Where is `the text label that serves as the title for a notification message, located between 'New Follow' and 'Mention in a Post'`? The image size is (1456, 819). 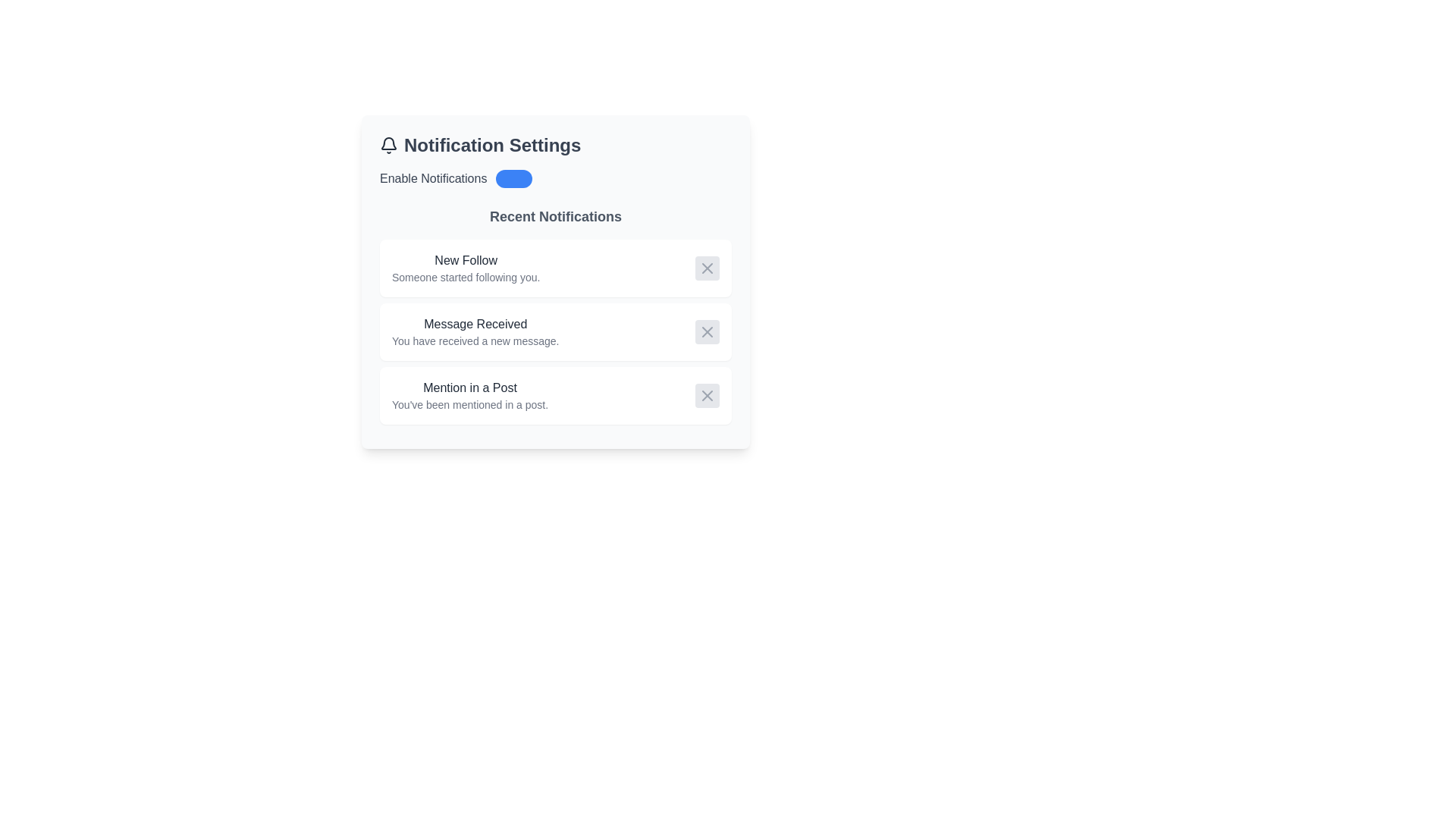 the text label that serves as the title for a notification message, located between 'New Follow' and 'Mention in a Post' is located at coordinates (475, 324).